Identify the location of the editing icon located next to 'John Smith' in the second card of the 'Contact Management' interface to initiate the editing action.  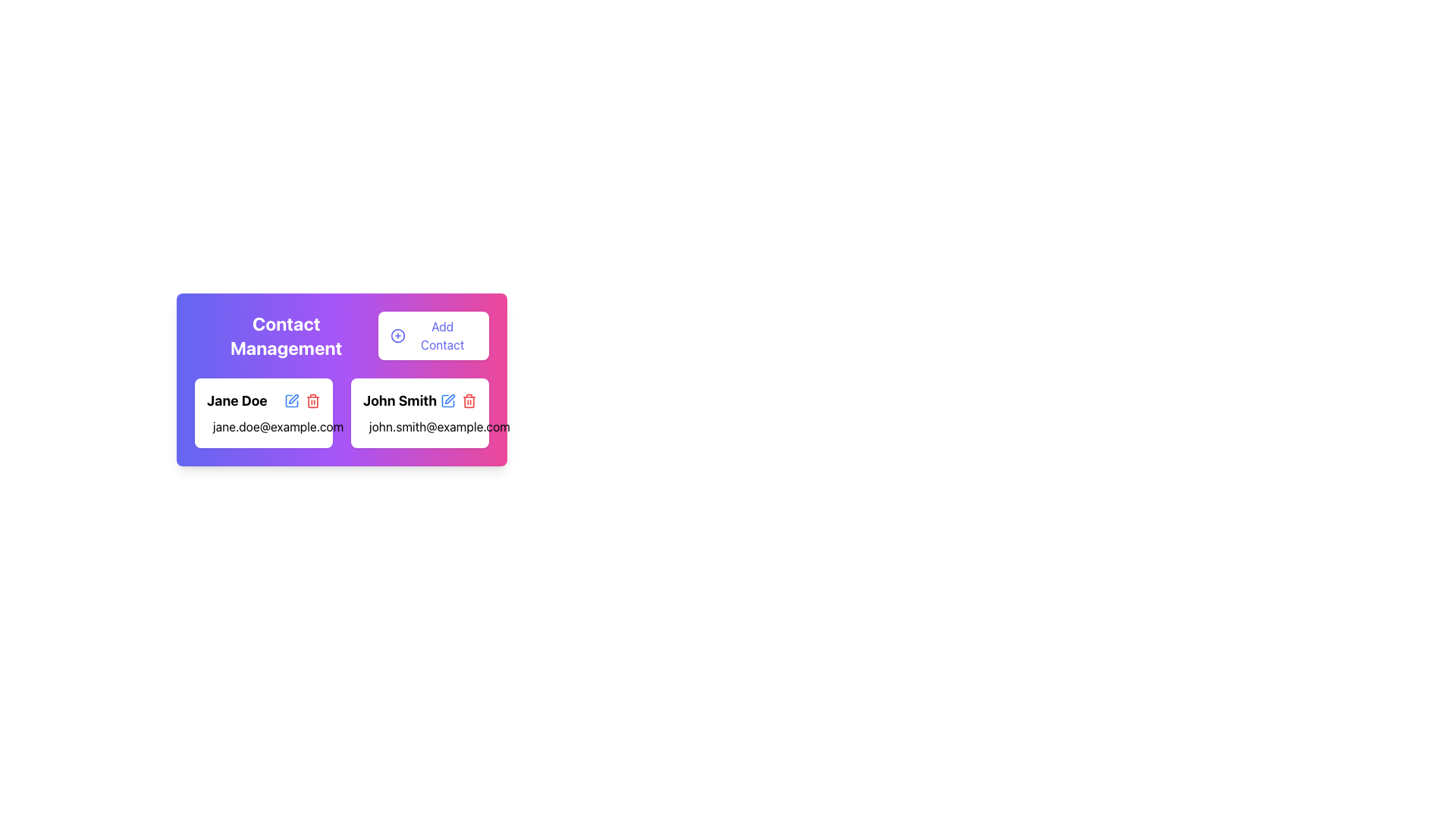
(449, 398).